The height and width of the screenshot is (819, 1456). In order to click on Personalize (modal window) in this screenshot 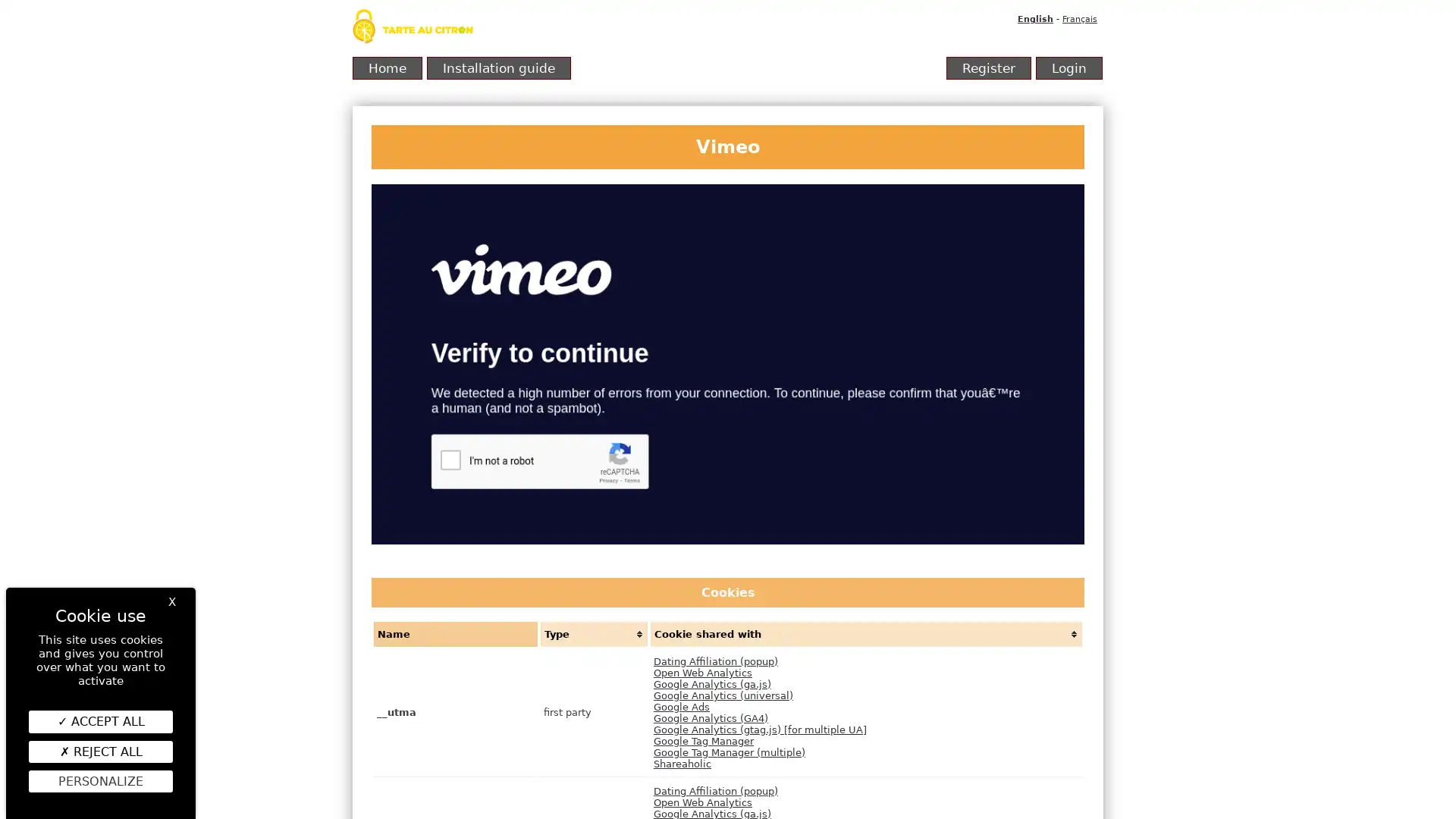, I will do `click(100, 780)`.